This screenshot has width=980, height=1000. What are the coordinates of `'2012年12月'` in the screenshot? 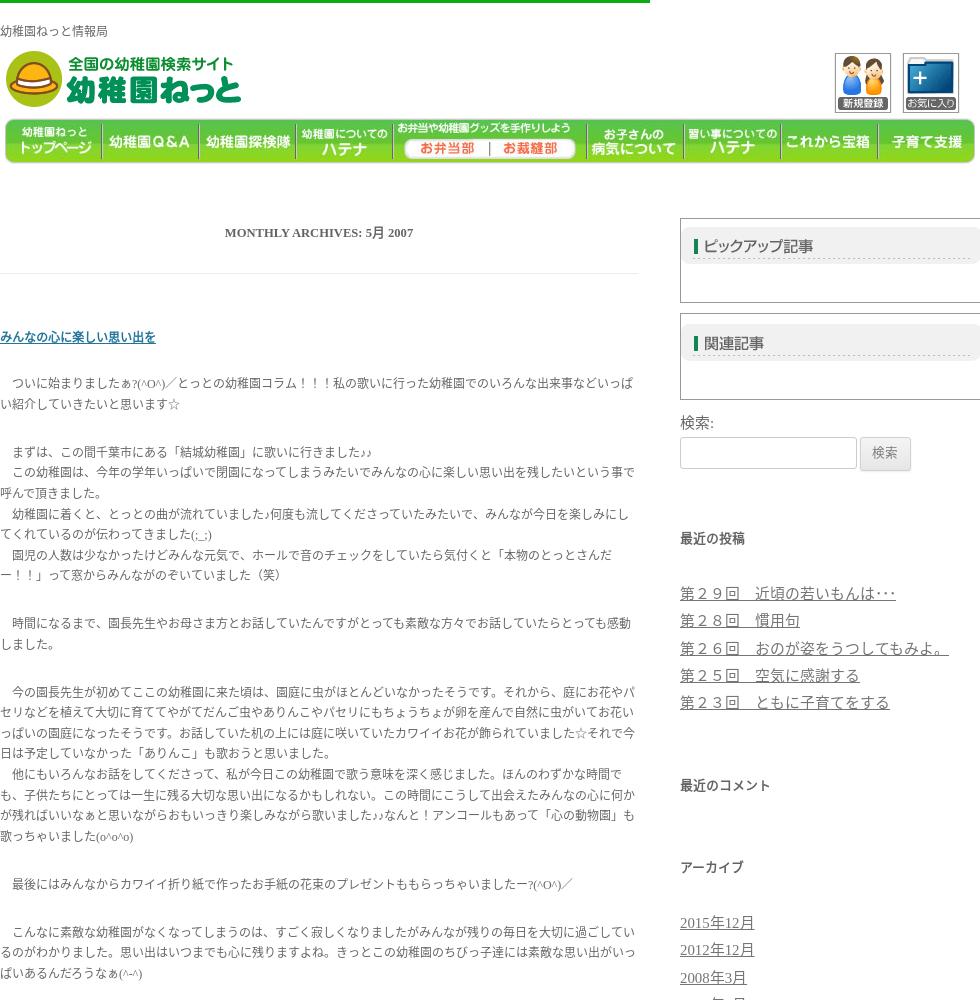 It's located at (716, 949).